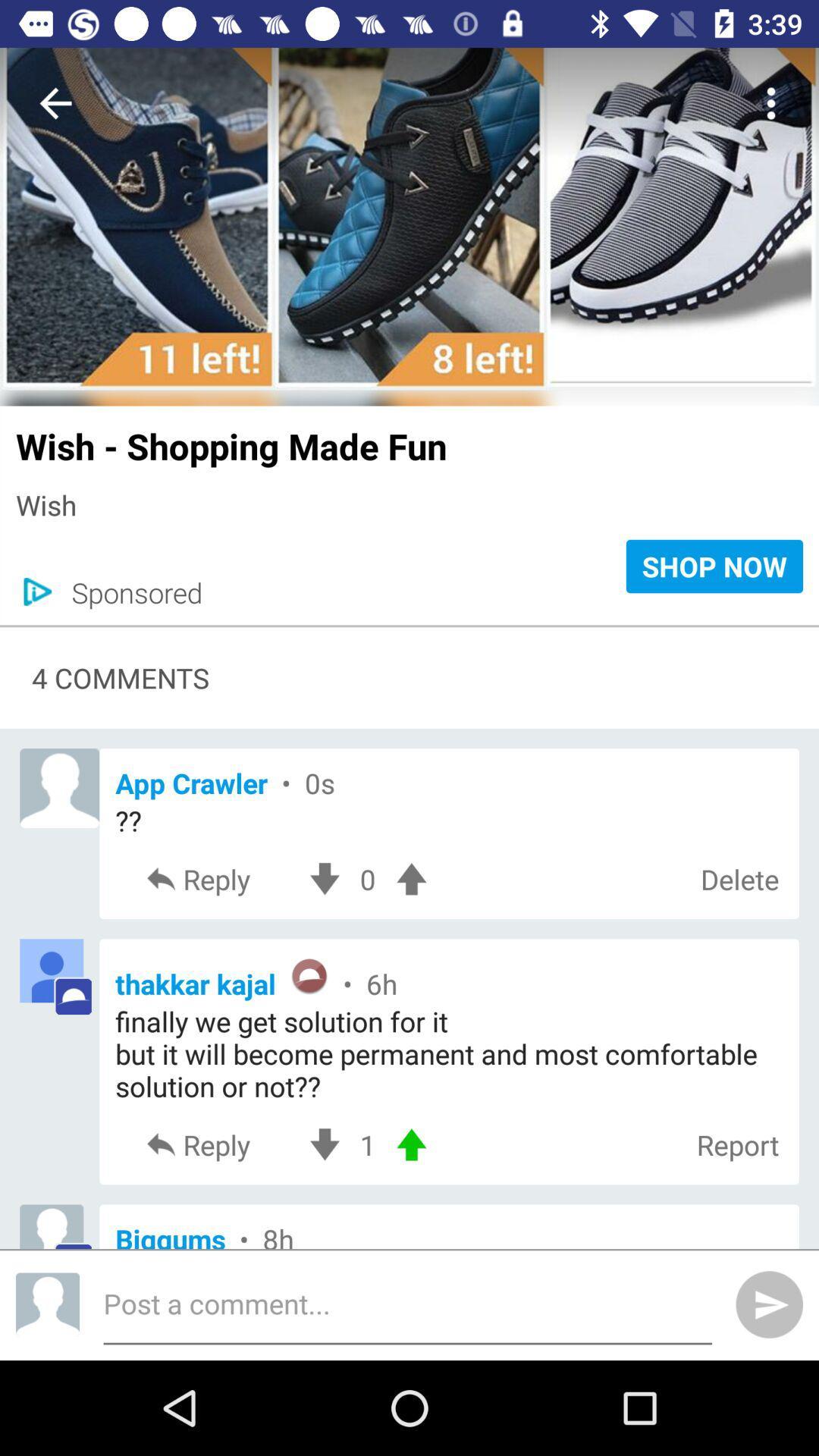 This screenshot has height=1456, width=819. I want to click on the item below ?? icon, so click(739, 879).